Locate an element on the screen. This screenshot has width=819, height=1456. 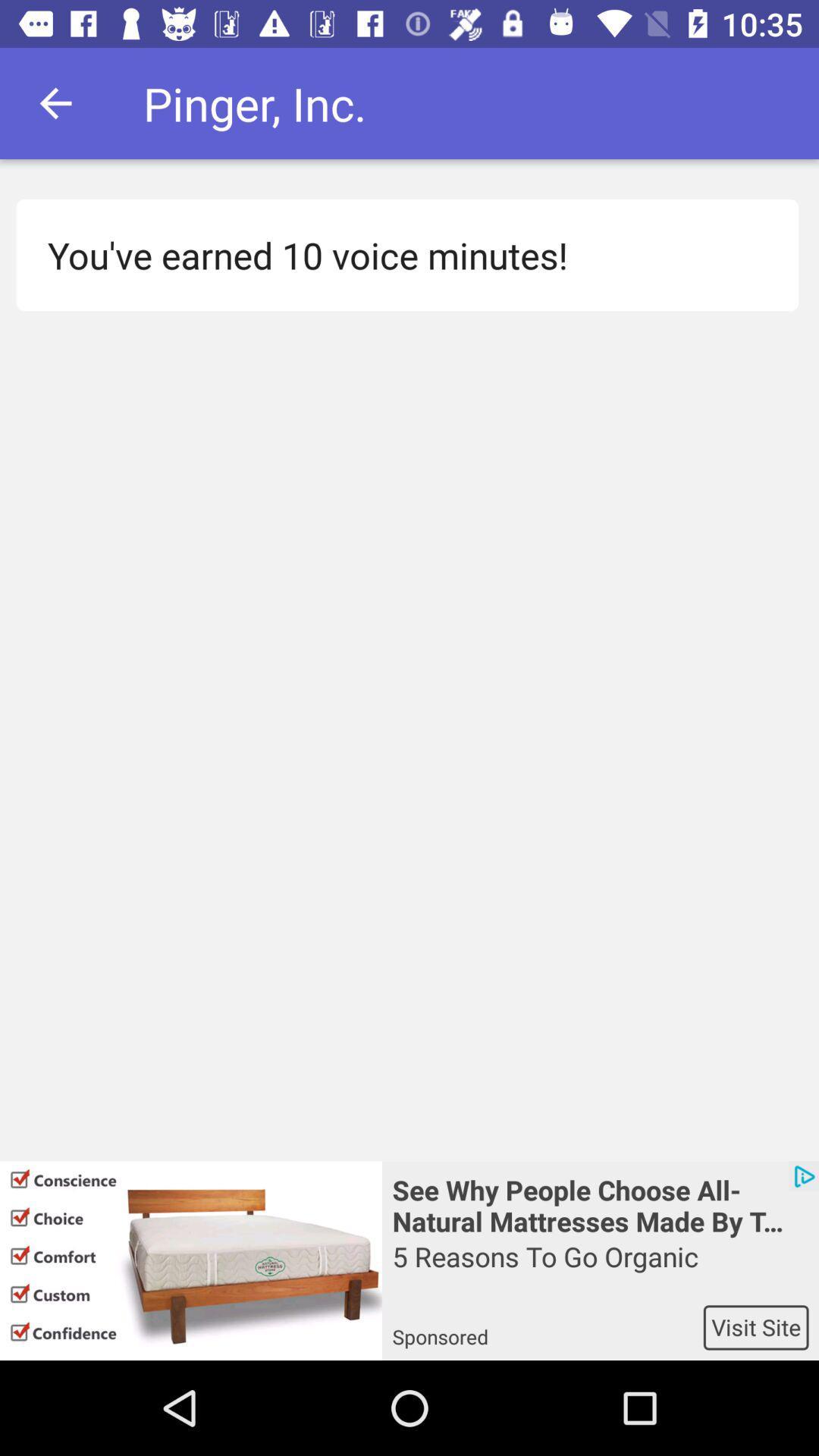
the item below the 5 reasons to item is located at coordinates (548, 1326).